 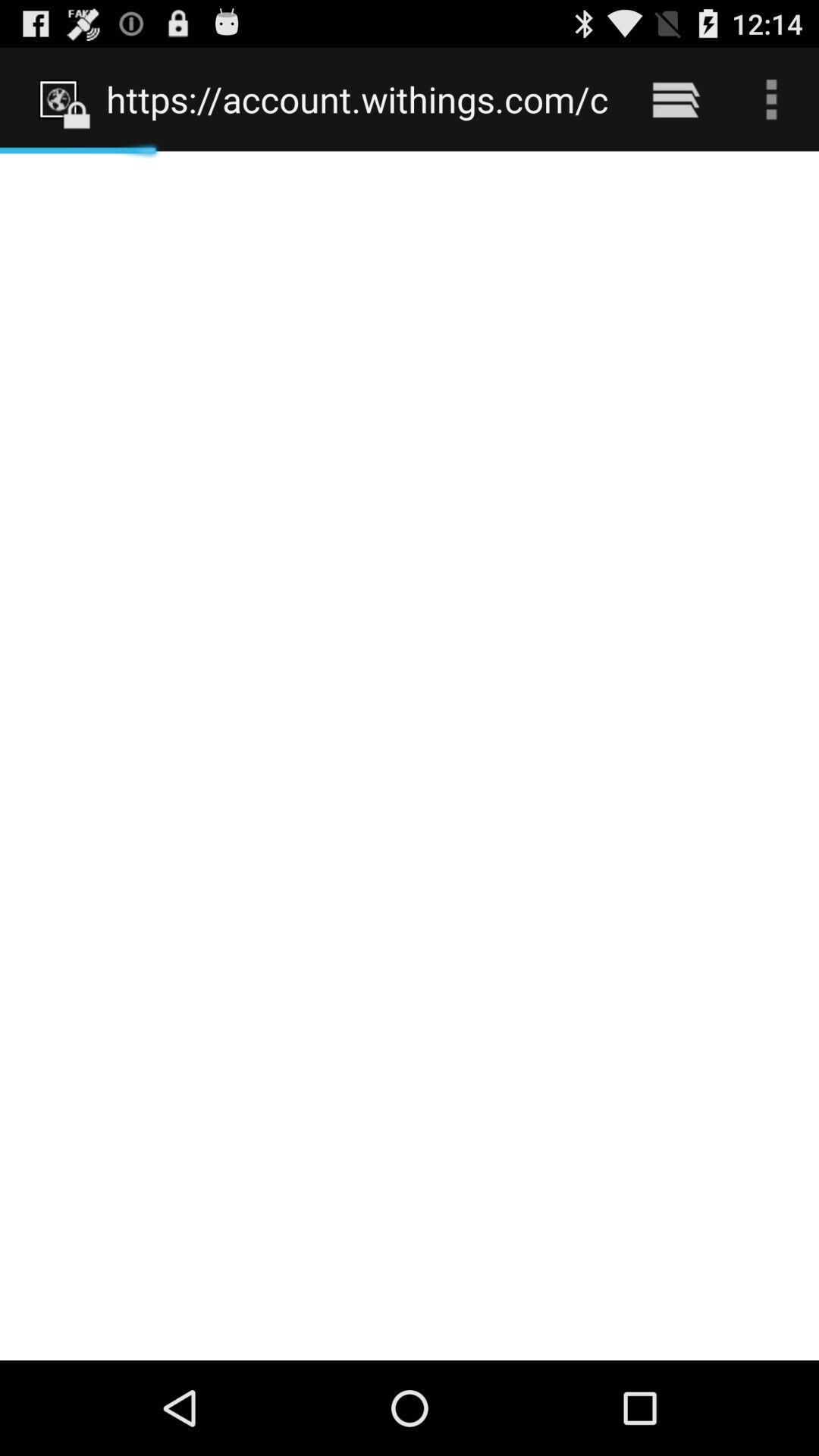 What do you see at coordinates (675, 99) in the screenshot?
I see `the icon next to the https account withings icon` at bounding box center [675, 99].